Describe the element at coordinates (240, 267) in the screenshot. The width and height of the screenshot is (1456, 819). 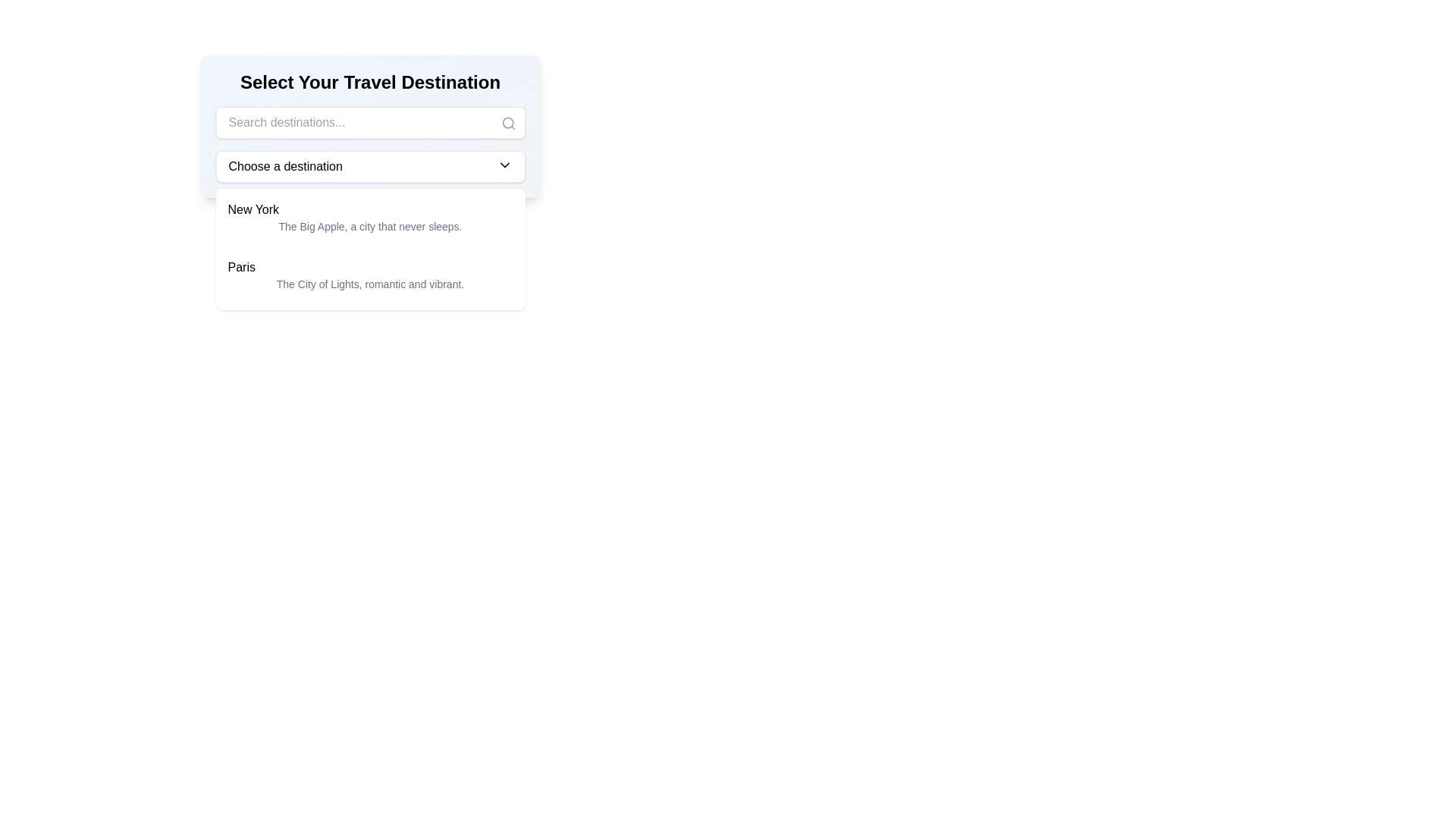
I see `the text label displaying 'Paris', which is the first line of the second item in a vertical list of travel destinations, located directly below 'New York'` at that location.